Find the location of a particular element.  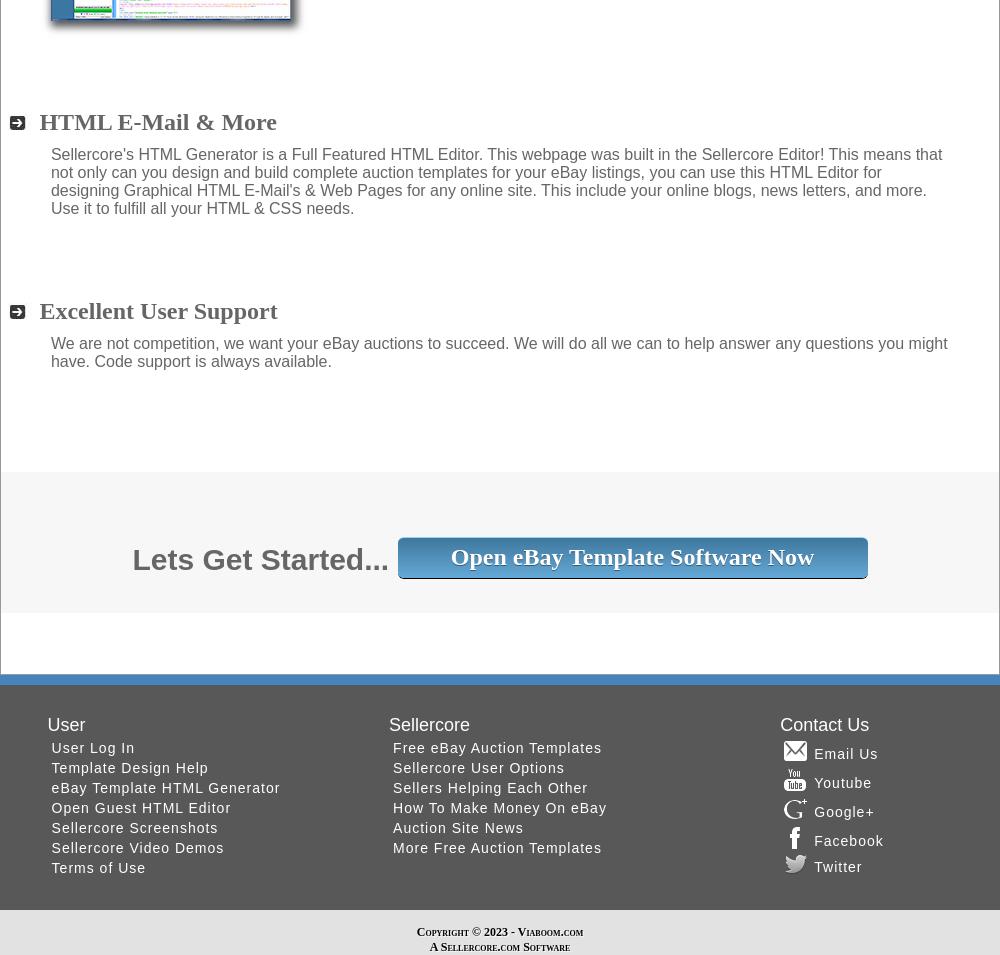

'We are not competition, we want your eBay auctions to succeed. We will do all we can to help answer any questions you might have. Code support is always available.' is located at coordinates (50, 350).